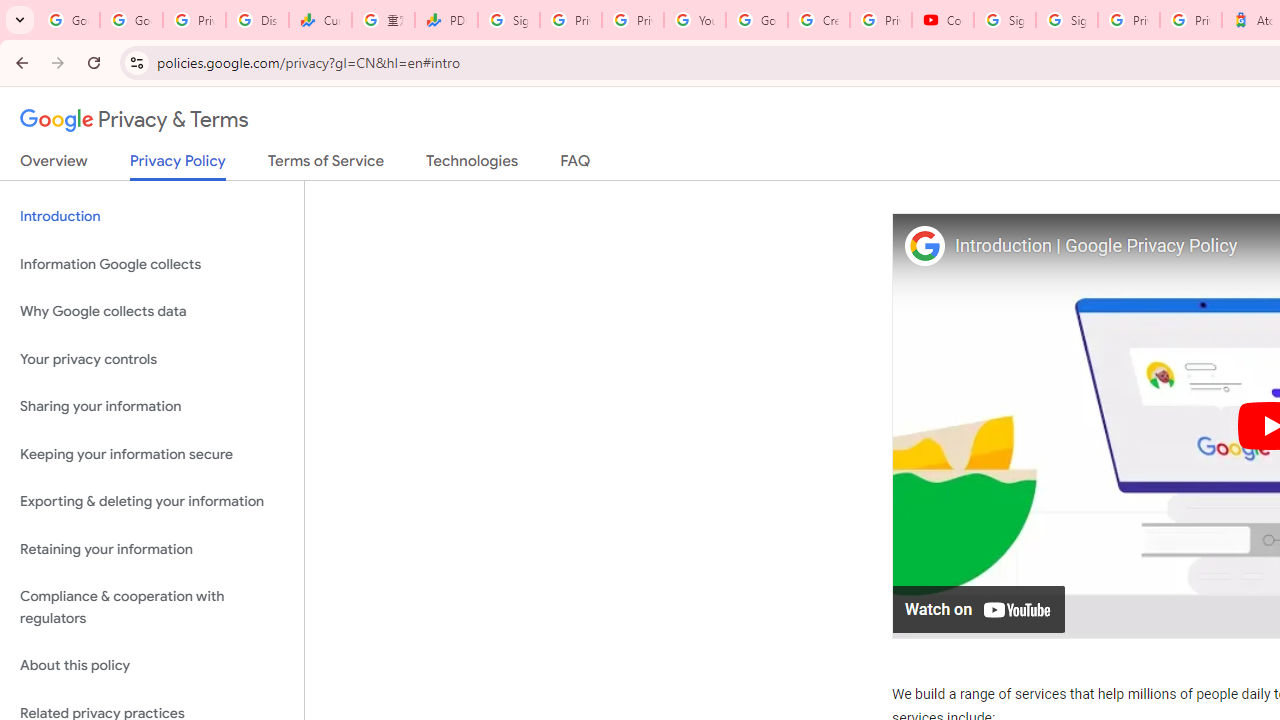  What do you see at coordinates (819, 20) in the screenshot?
I see `'Create your Google Account'` at bounding box center [819, 20].